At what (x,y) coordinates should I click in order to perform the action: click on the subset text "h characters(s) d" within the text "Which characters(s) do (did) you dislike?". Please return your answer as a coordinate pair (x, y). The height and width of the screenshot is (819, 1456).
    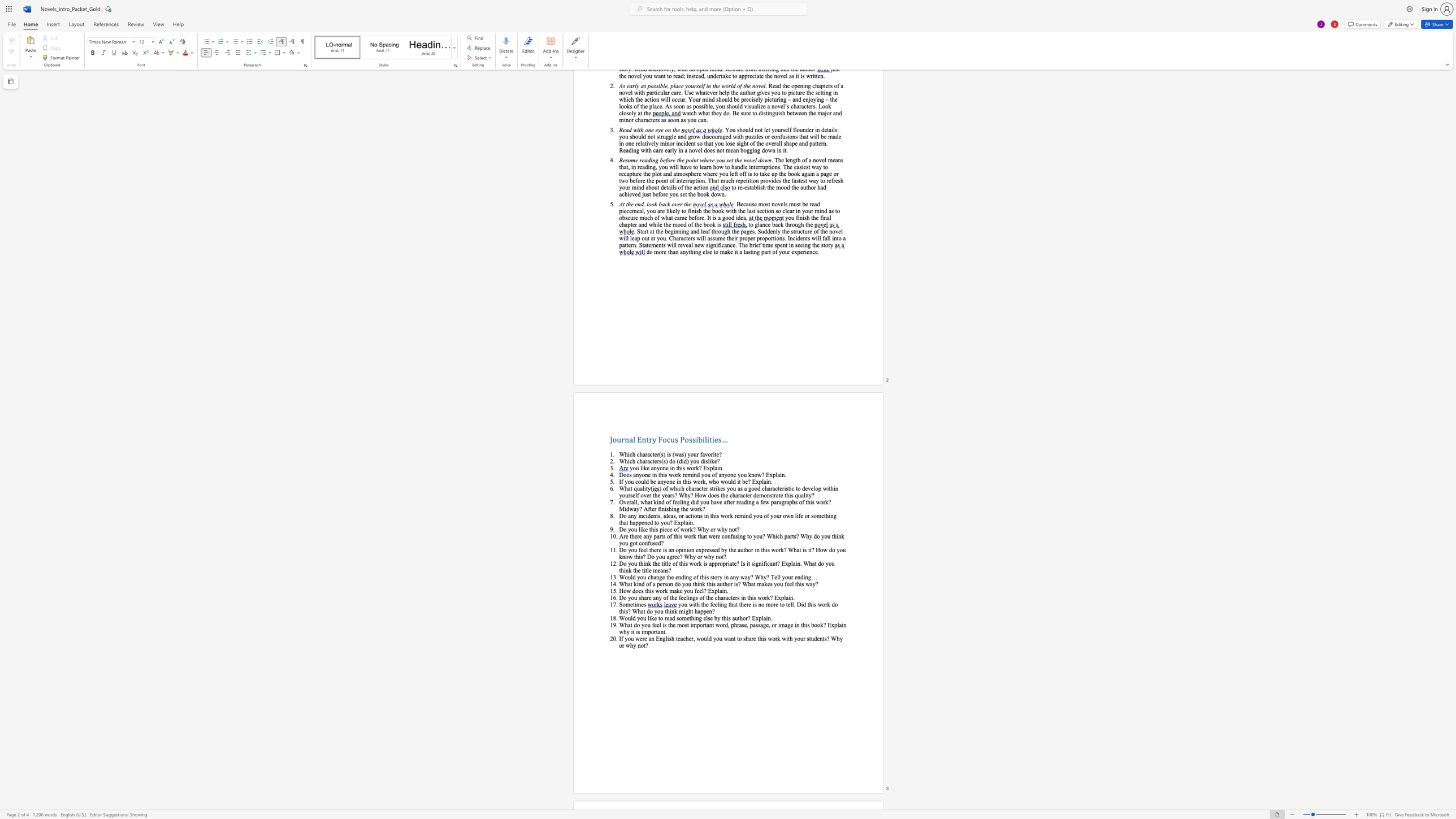
    Looking at the image, I should click on (632, 460).